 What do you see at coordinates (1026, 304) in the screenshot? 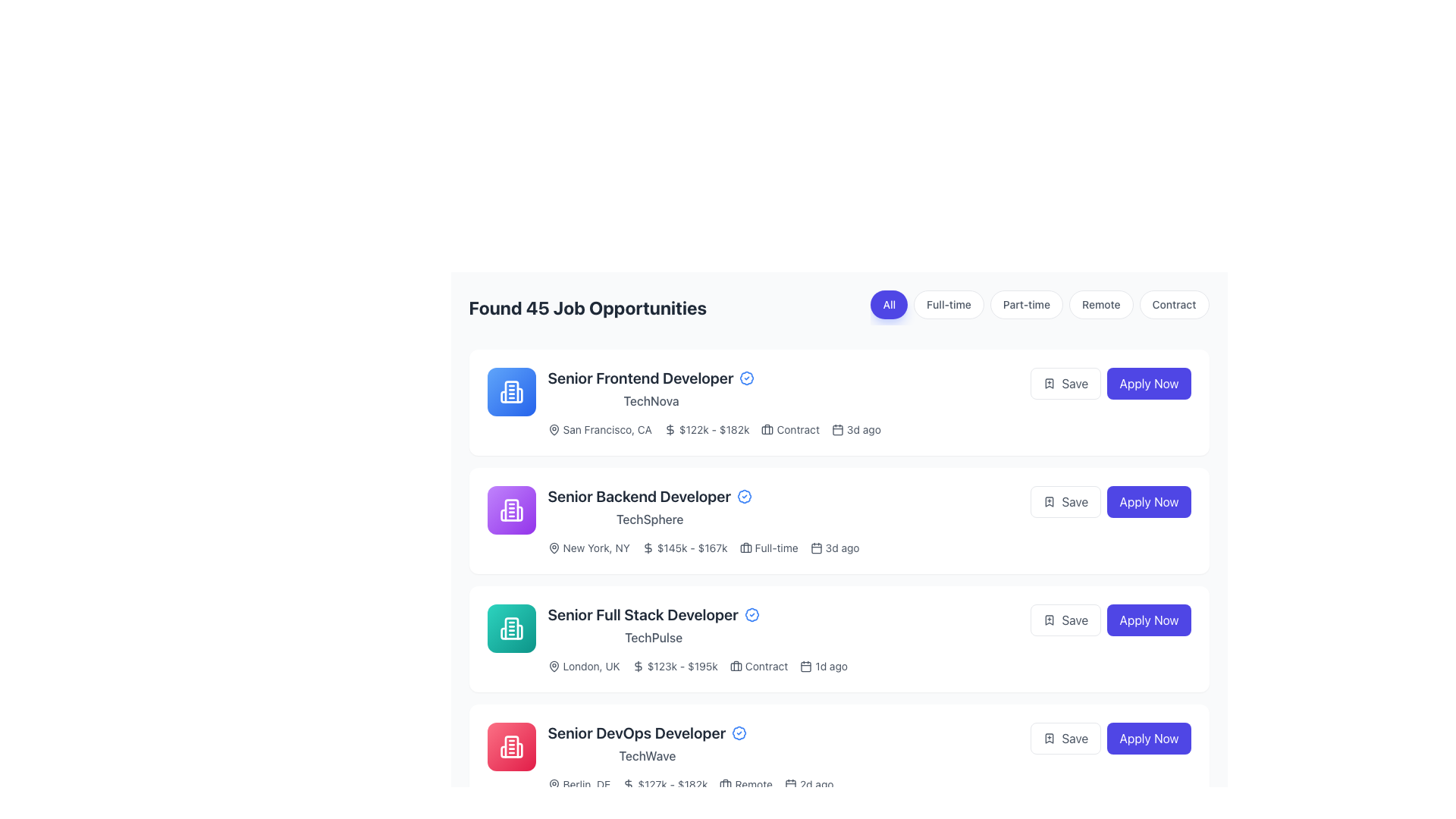
I see `the 'Part-time' button, which has a rounded shape, white background, gray text, and is the third button in a row of job filters` at bounding box center [1026, 304].